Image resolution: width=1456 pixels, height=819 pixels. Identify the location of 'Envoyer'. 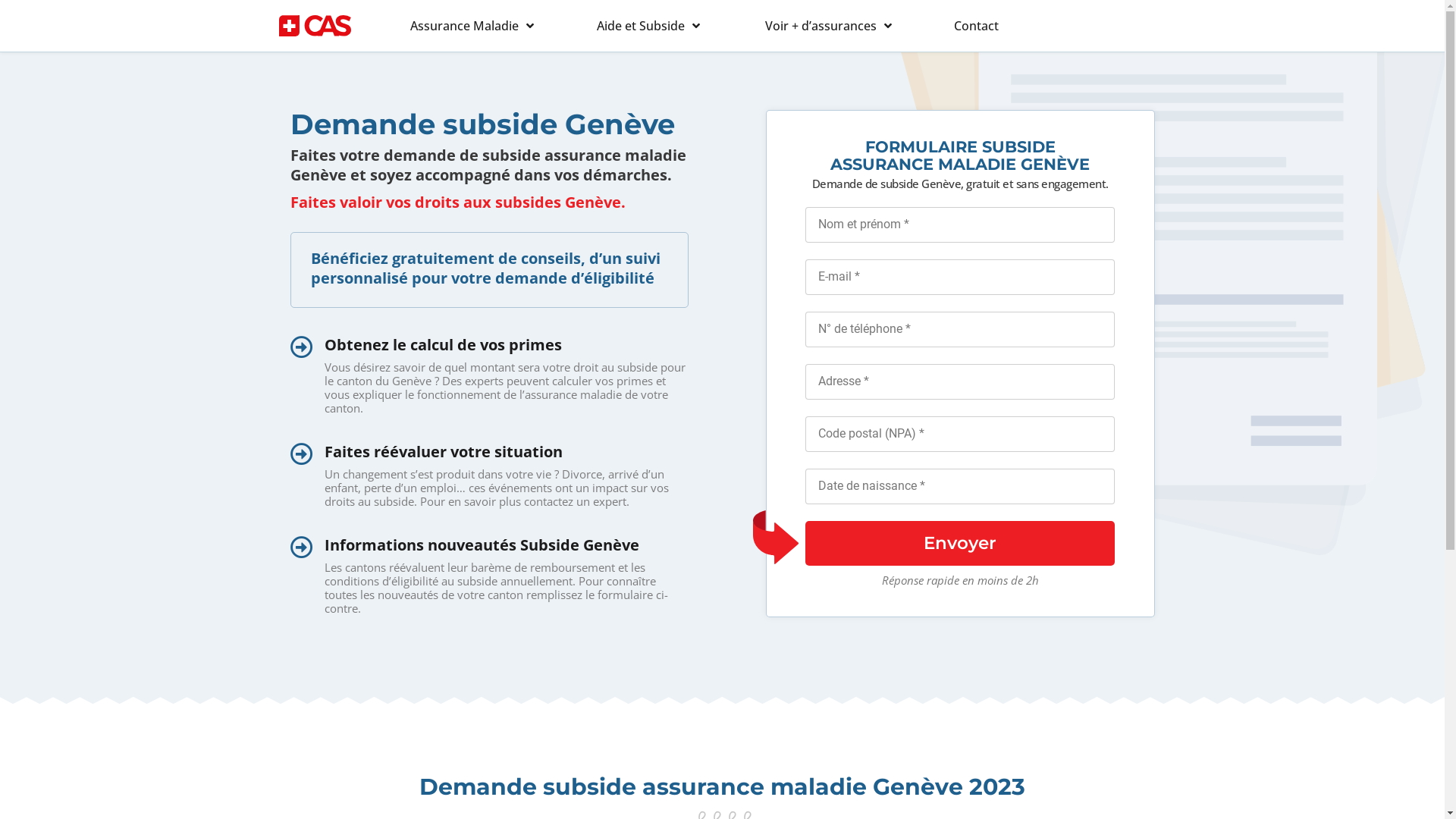
(959, 542).